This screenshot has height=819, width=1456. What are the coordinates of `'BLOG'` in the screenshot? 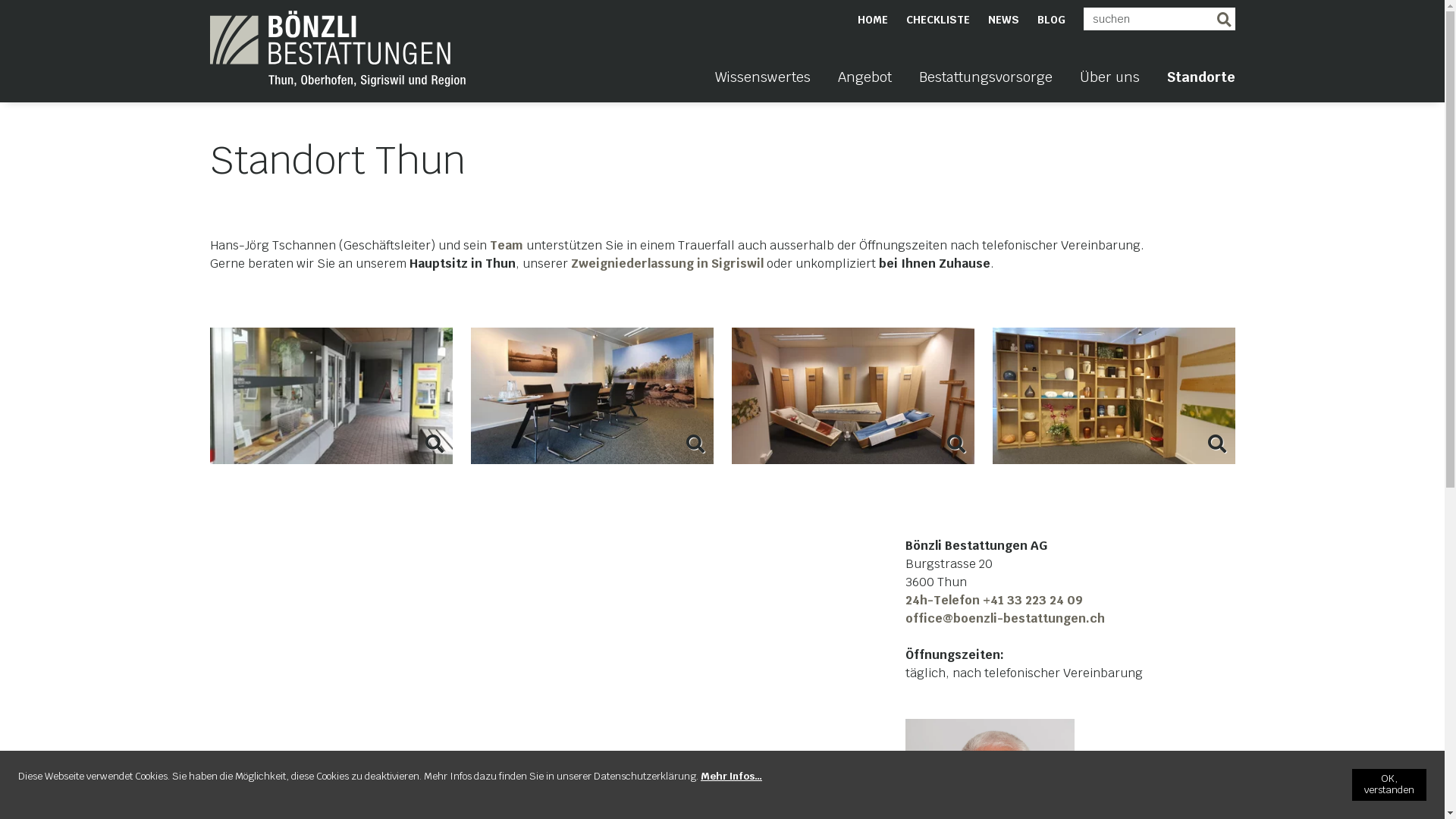 It's located at (1050, 20).